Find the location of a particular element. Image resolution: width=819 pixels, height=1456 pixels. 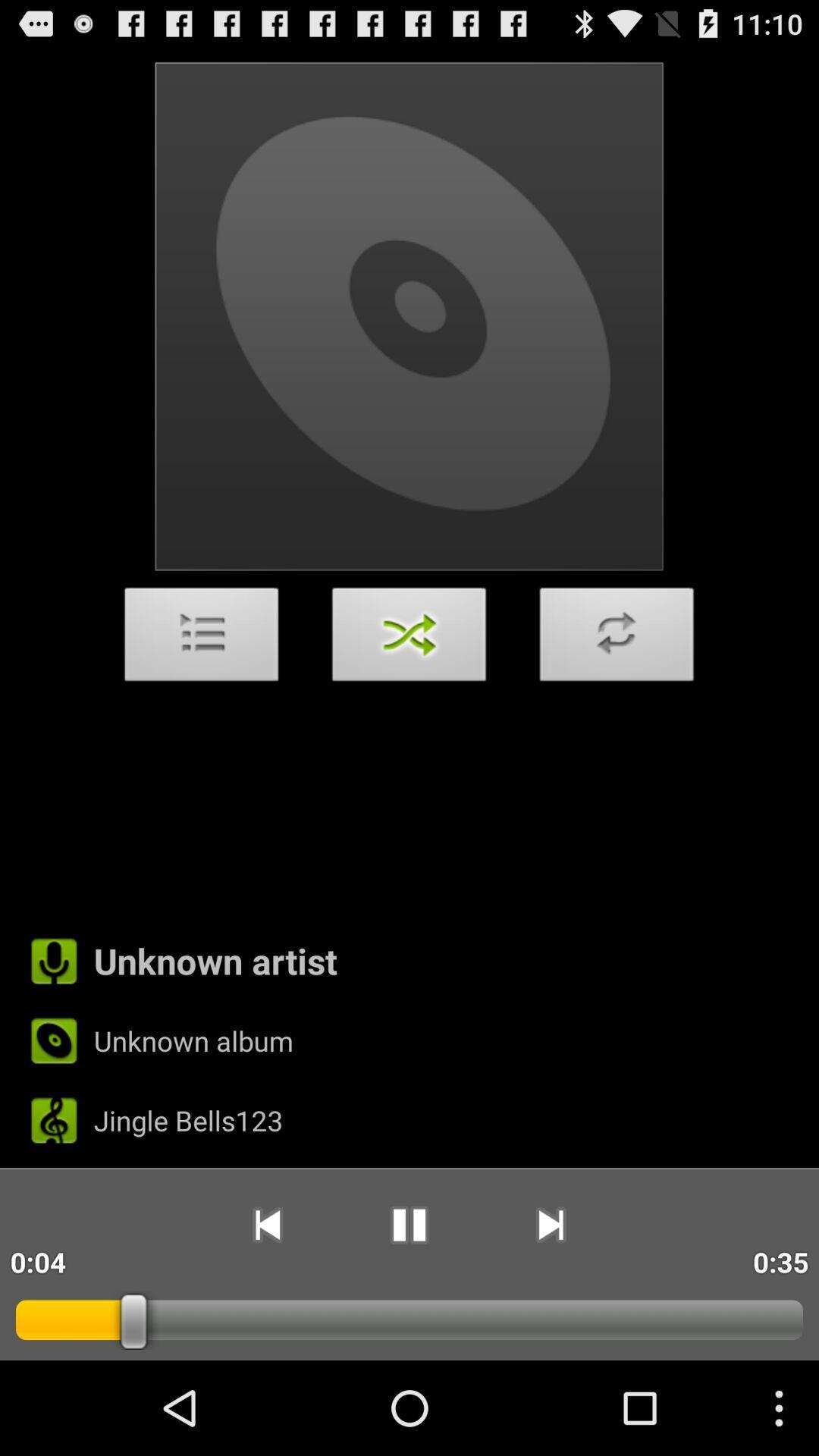

app to the right of 0:12 icon is located at coordinates (266, 1225).